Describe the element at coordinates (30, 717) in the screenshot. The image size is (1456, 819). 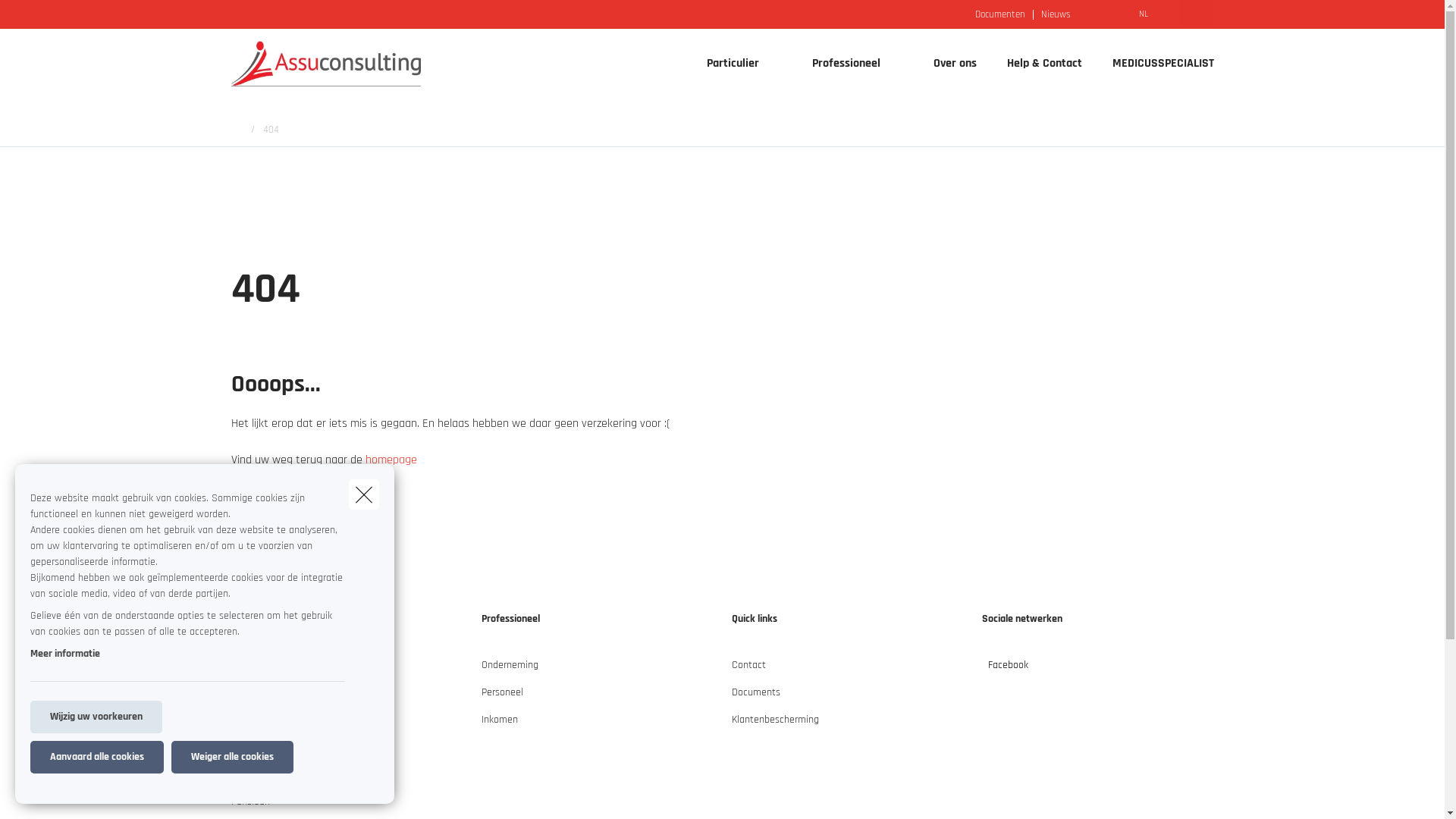
I see `'Wijzig uw voorkeuren'` at that location.